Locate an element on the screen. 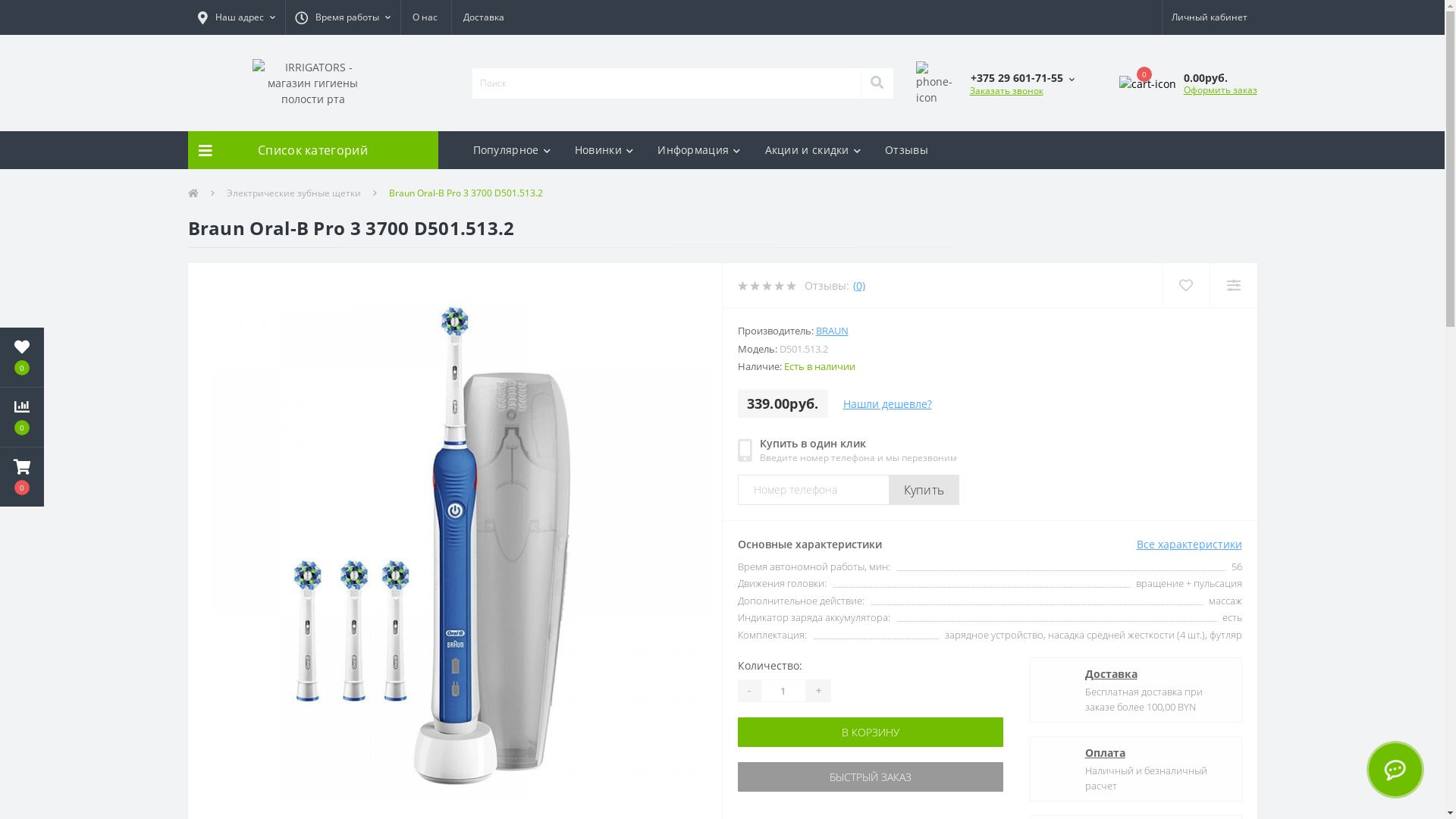 Image resolution: width=1456 pixels, height=819 pixels. '+375 29 601-71-55' is located at coordinates (1021, 77).